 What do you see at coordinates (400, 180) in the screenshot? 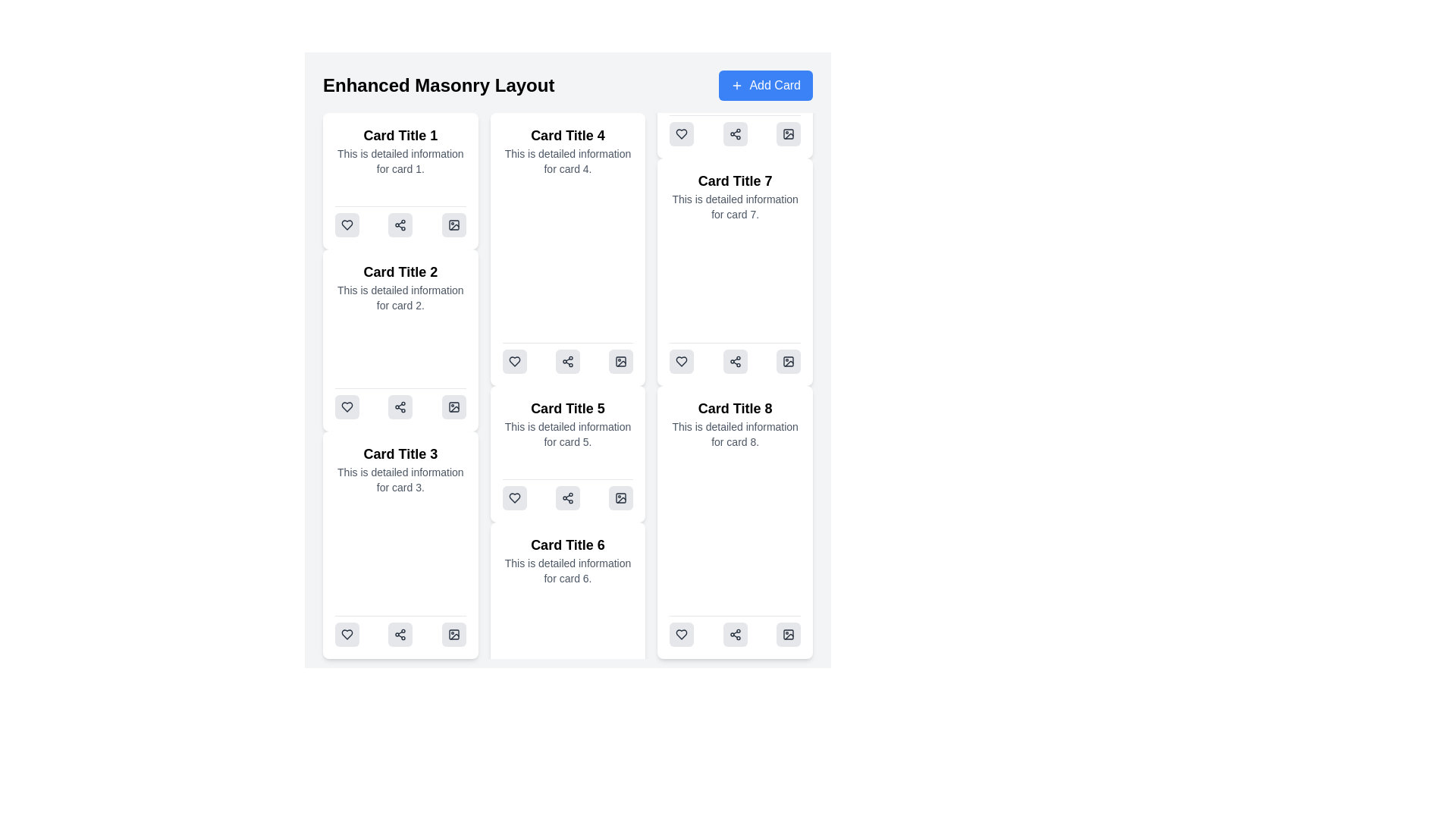
I see `the card element titled 'Card Title 1', which is a rectangular block with rounded corners, containing a bold title and descriptive text, located in the first column and first row of the grid layout` at bounding box center [400, 180].